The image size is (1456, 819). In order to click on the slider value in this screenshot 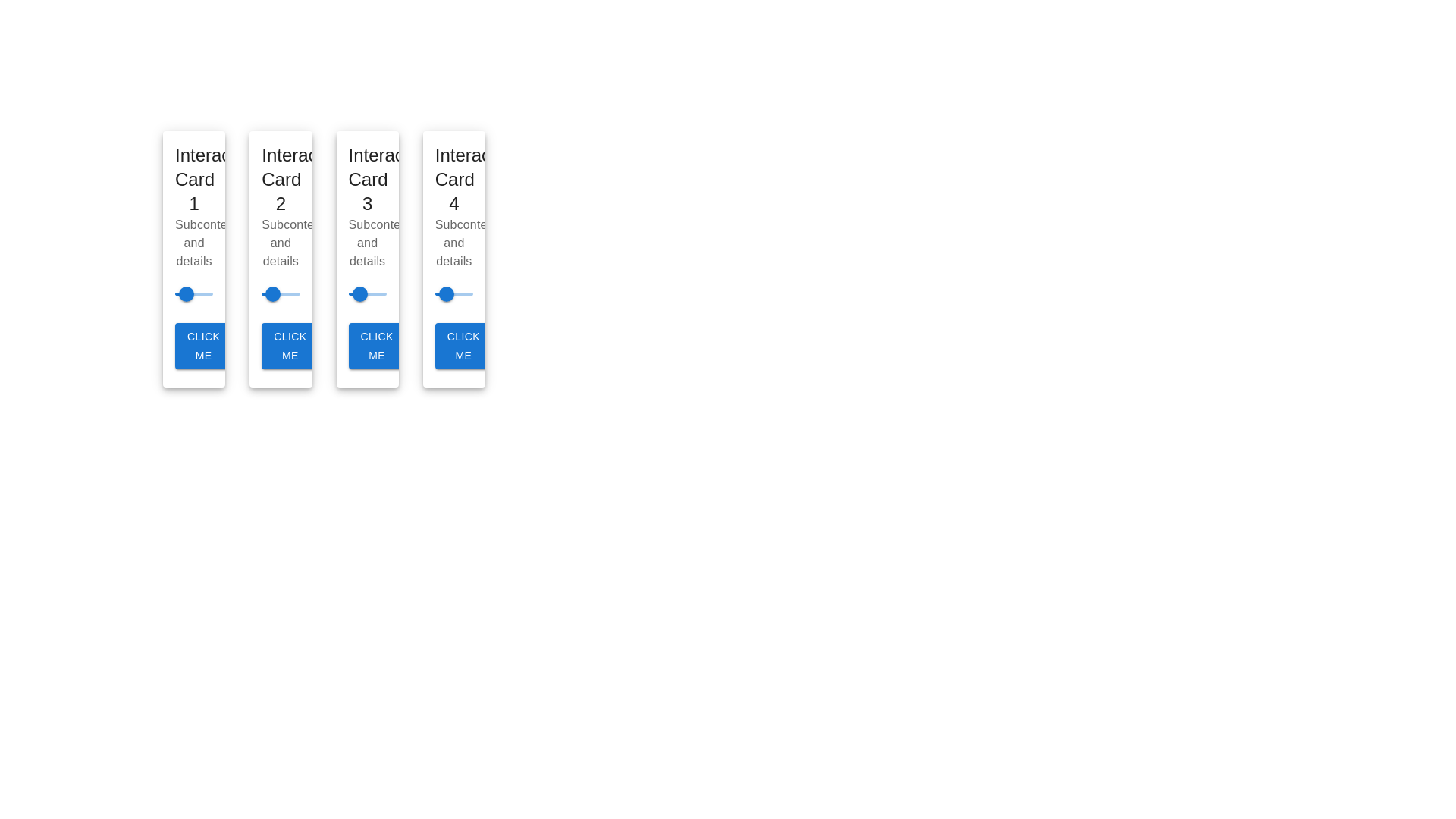, I will do `click(183, 294)`.